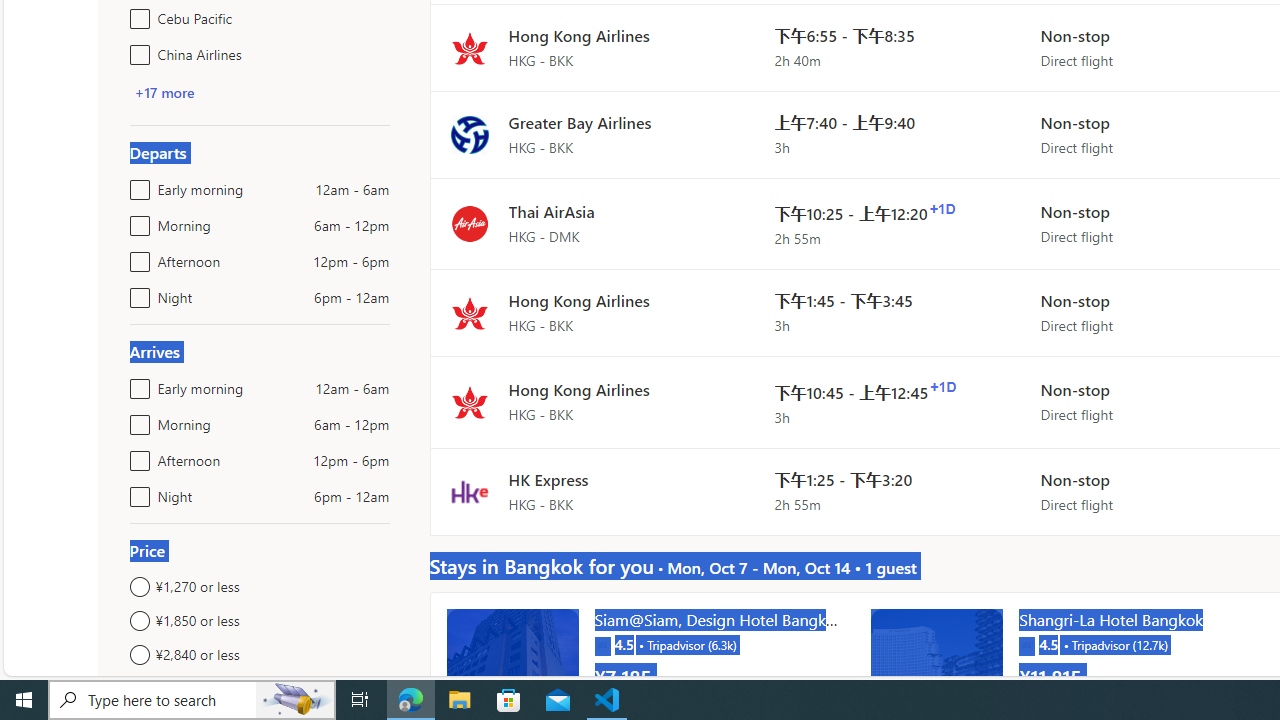 The width and height of the screenshot is (1280, 720). I want to click on 'Afternoon12pm - 6pm', so click(135, 456).